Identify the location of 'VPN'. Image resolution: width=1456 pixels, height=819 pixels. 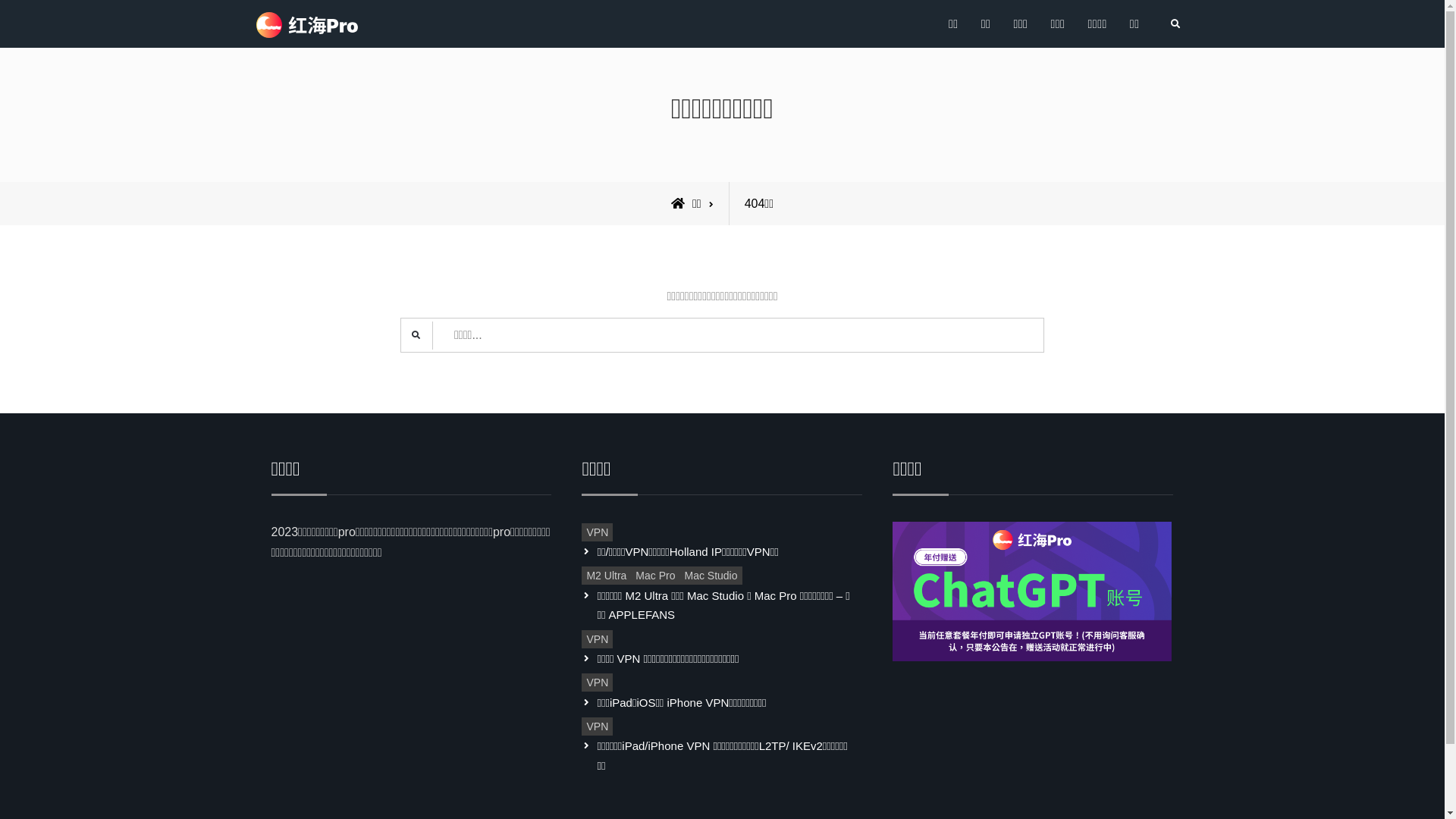
(581, 725).